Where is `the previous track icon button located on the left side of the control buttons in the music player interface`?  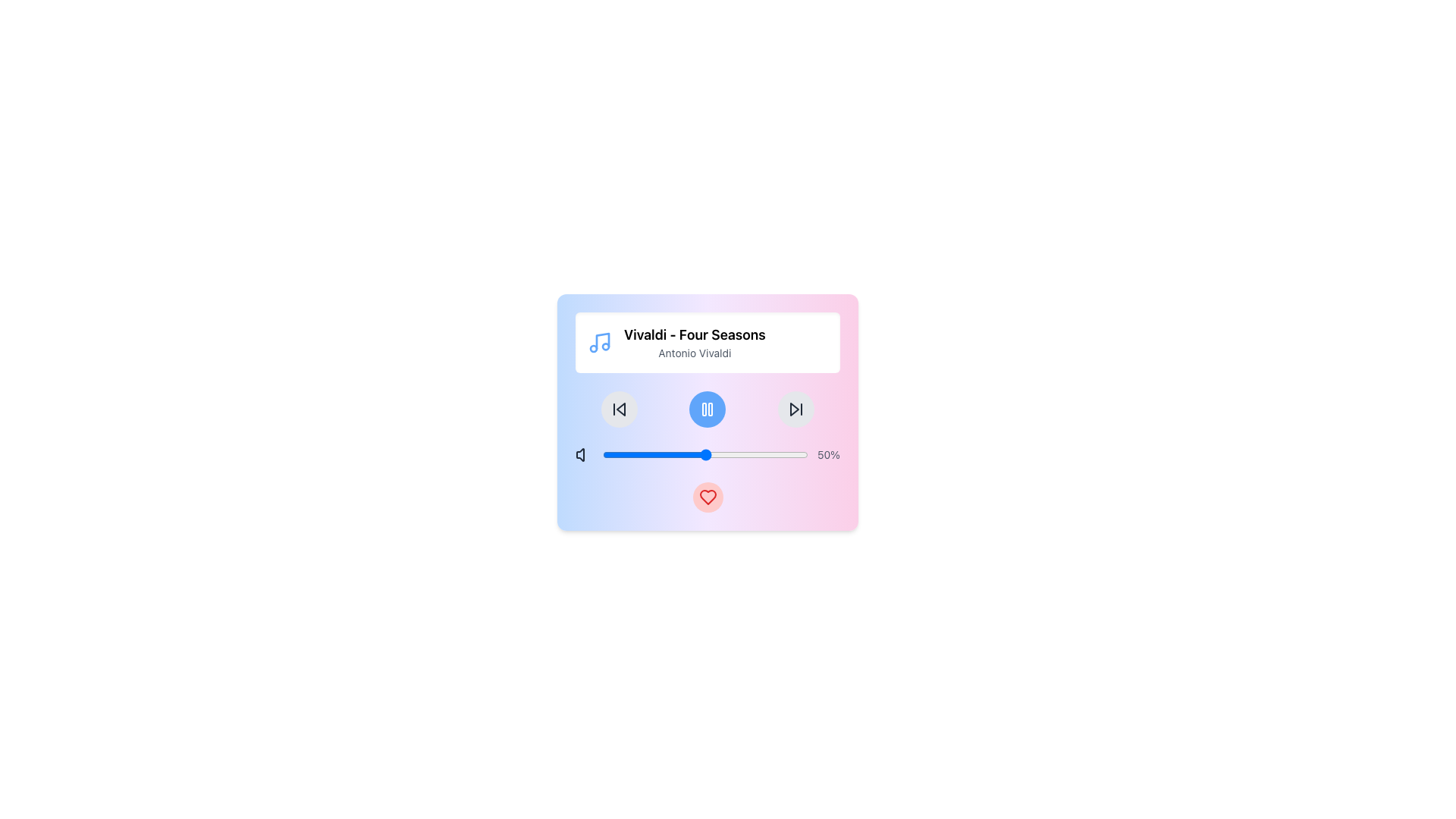
the previous track icon button located on the left side of the control buttons in the music player interface is located at coordinates (620, 409).